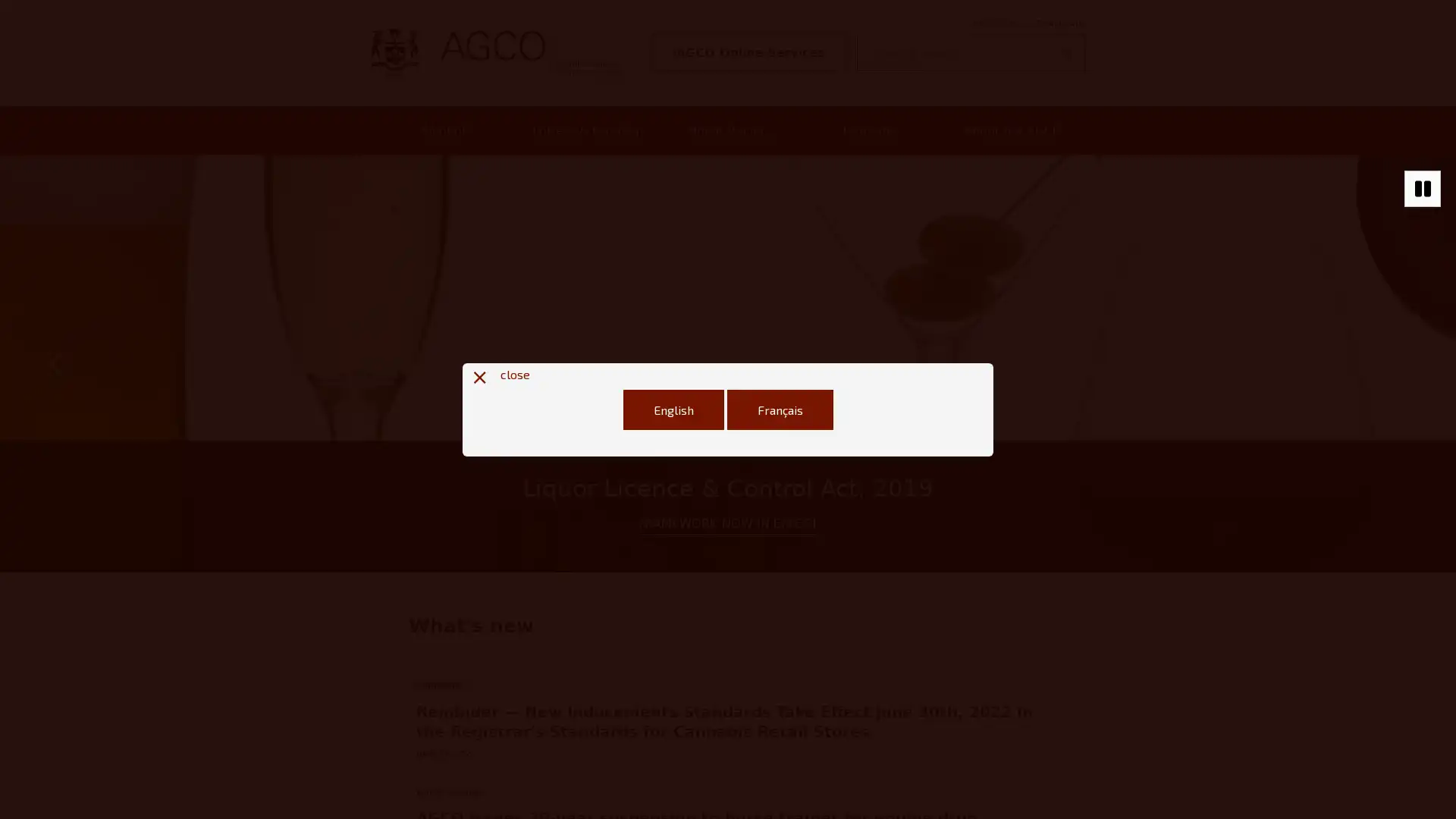  I want to click on Search, so click(1065, 52).